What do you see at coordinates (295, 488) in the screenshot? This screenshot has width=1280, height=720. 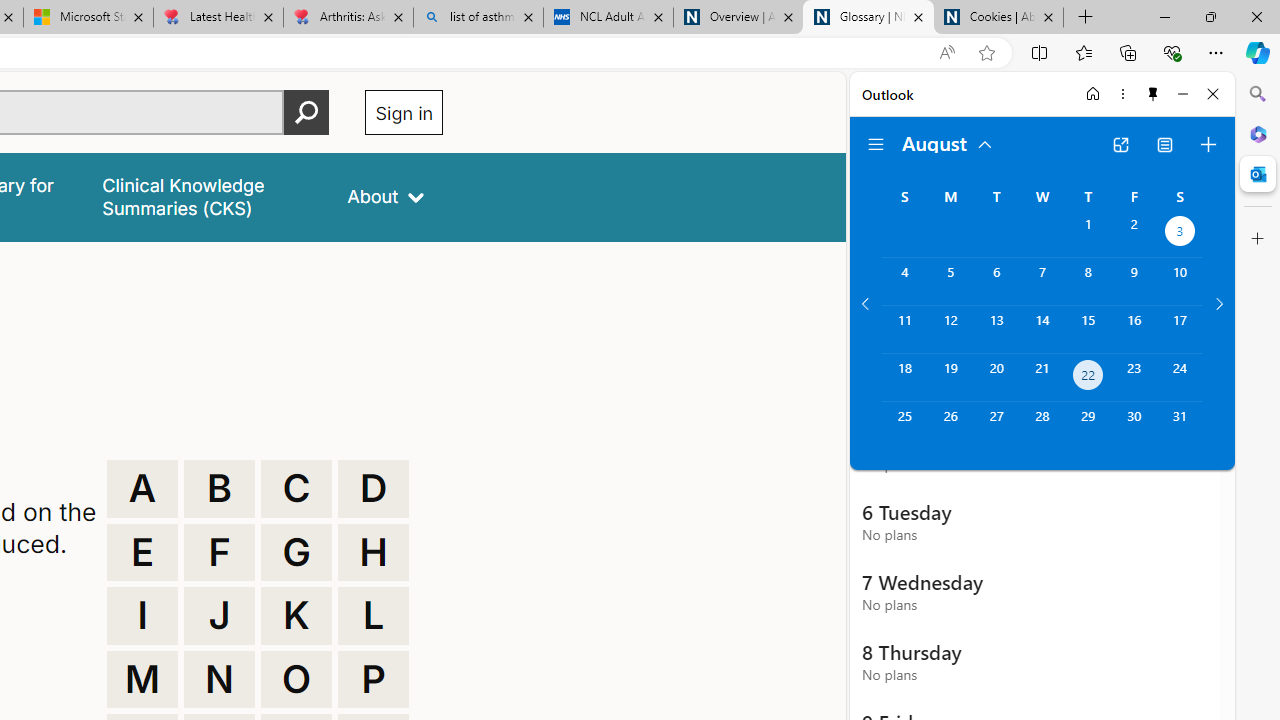 I see `'C'` at bounding box center [295, 488].